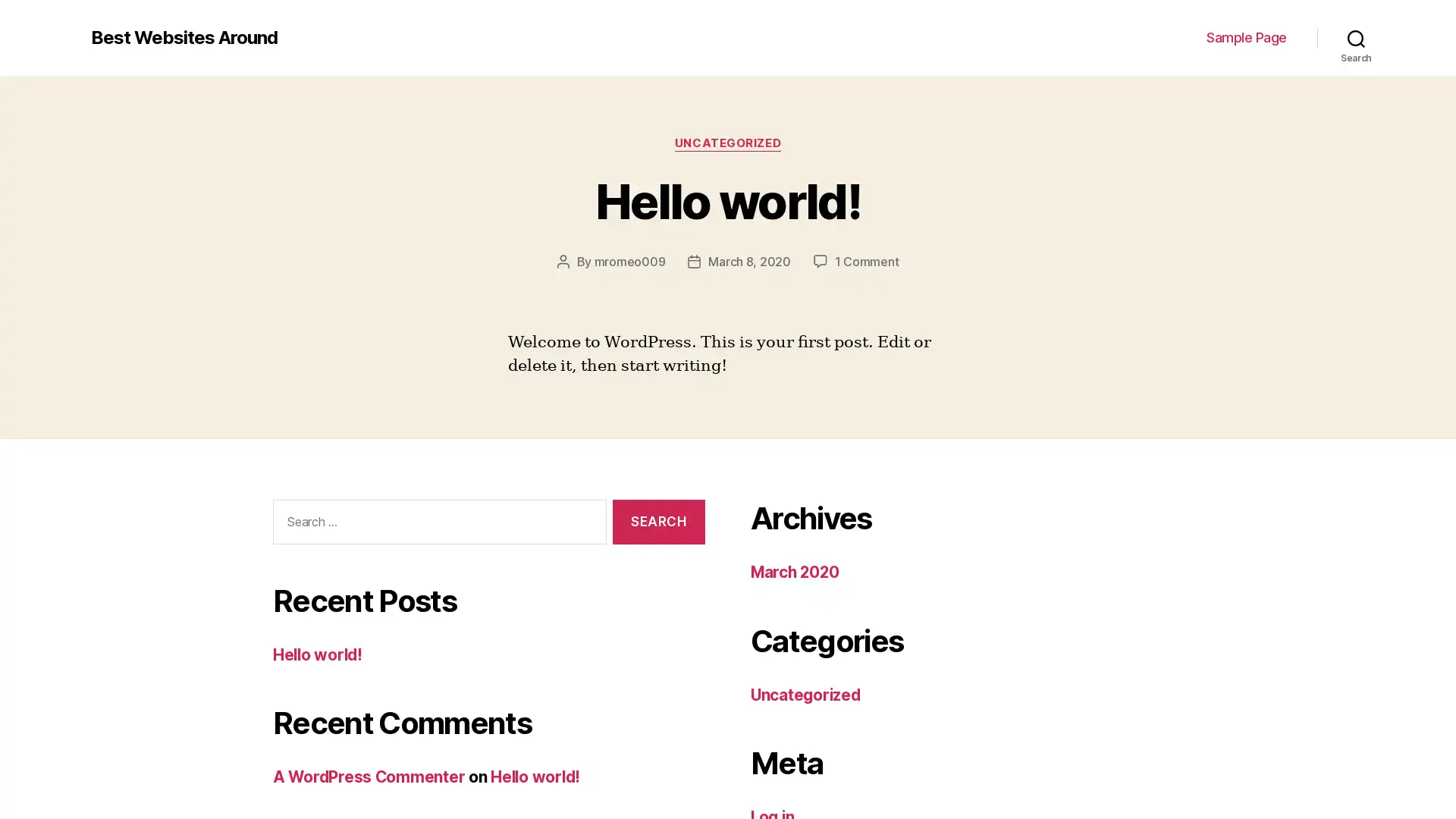 This screenshot has height=819, width=1456. I want to click on Search, so click(1356, 37).